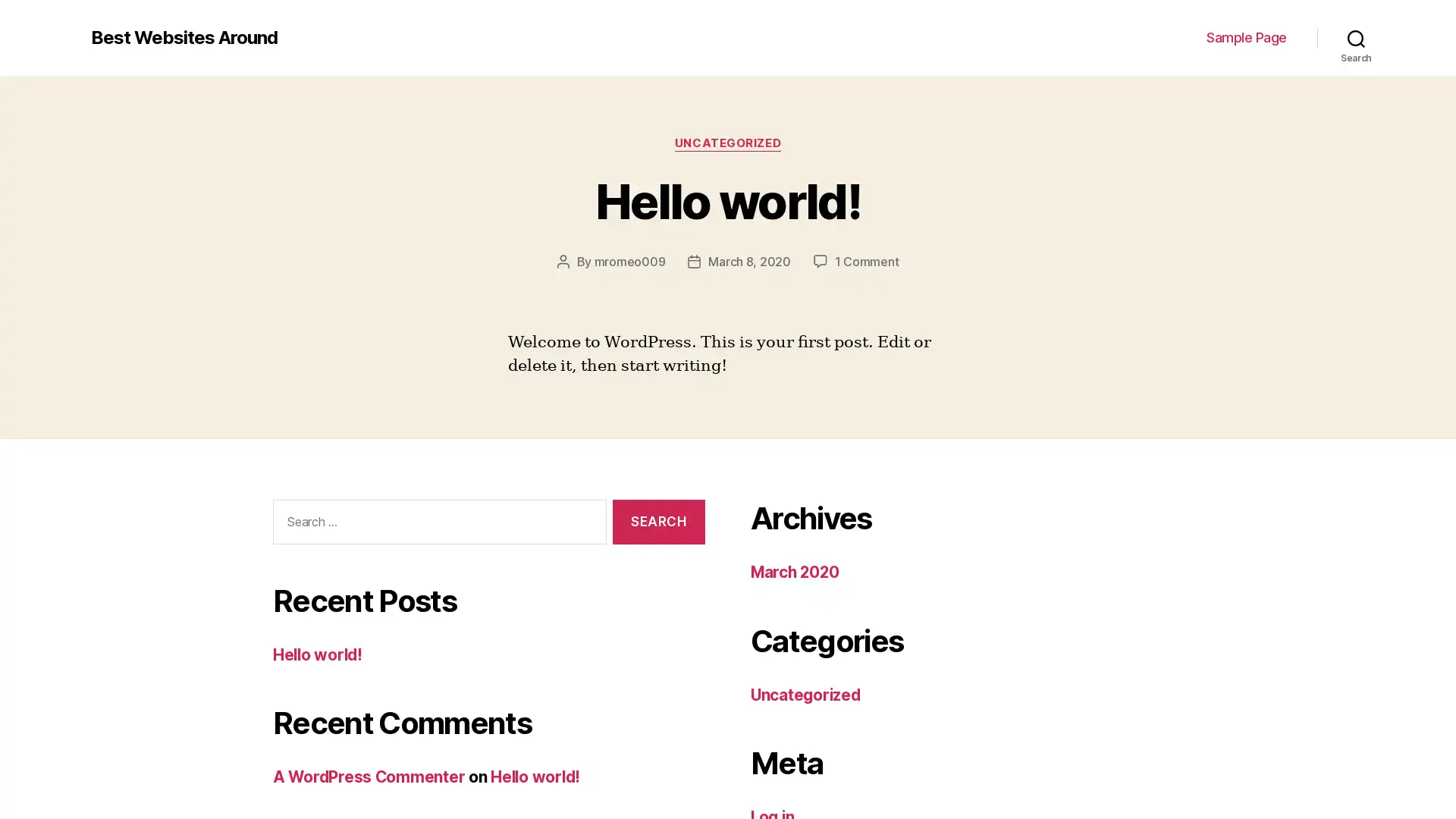 This screenshot has height=819, width=1456. I want to click on Search, so click(1356, 37).